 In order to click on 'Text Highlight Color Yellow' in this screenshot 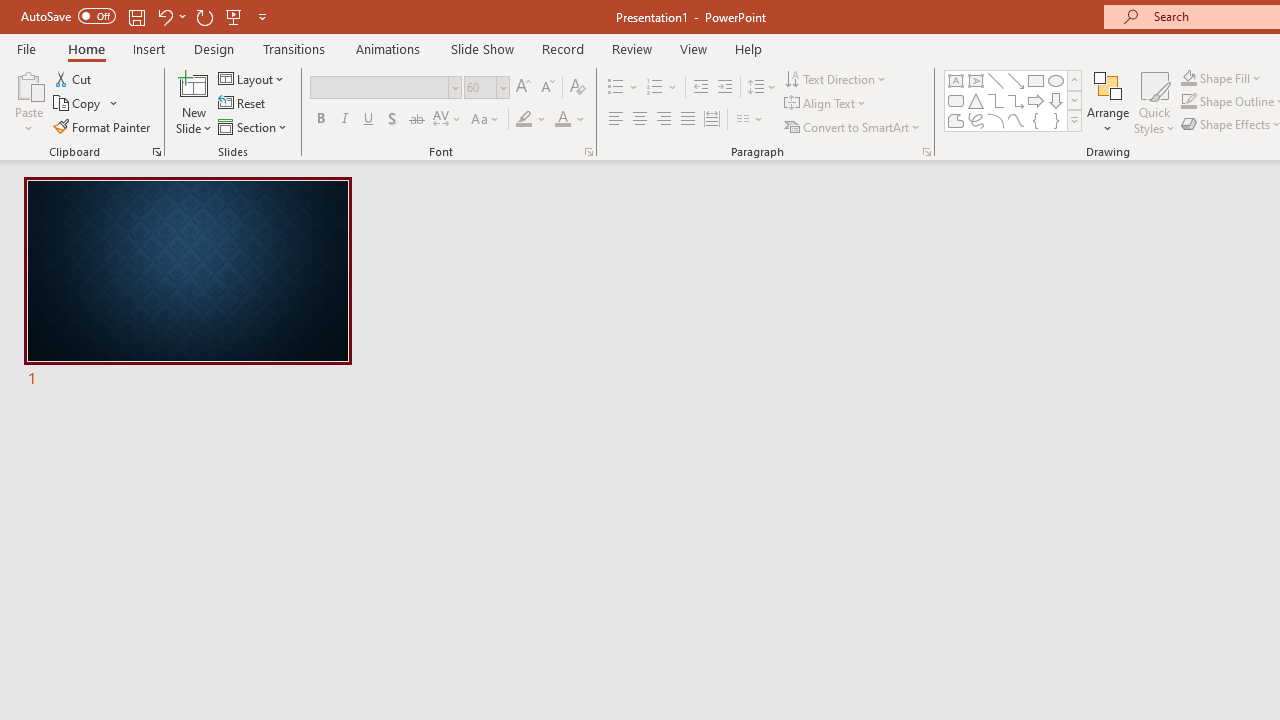, I will do `click(524, 119)`.